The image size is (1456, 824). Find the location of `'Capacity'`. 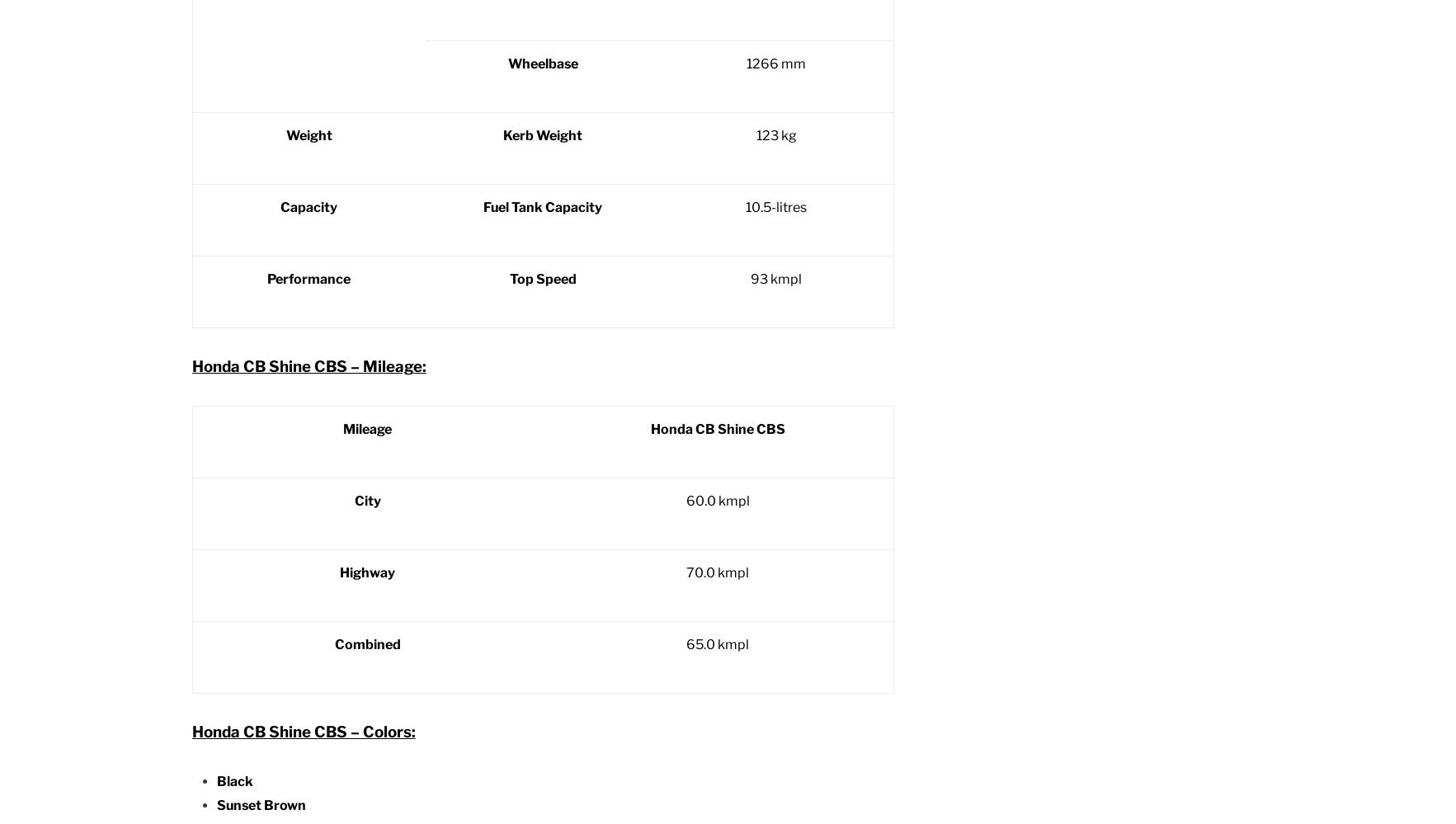

'Capacity' is located at coordinates (308, 207).